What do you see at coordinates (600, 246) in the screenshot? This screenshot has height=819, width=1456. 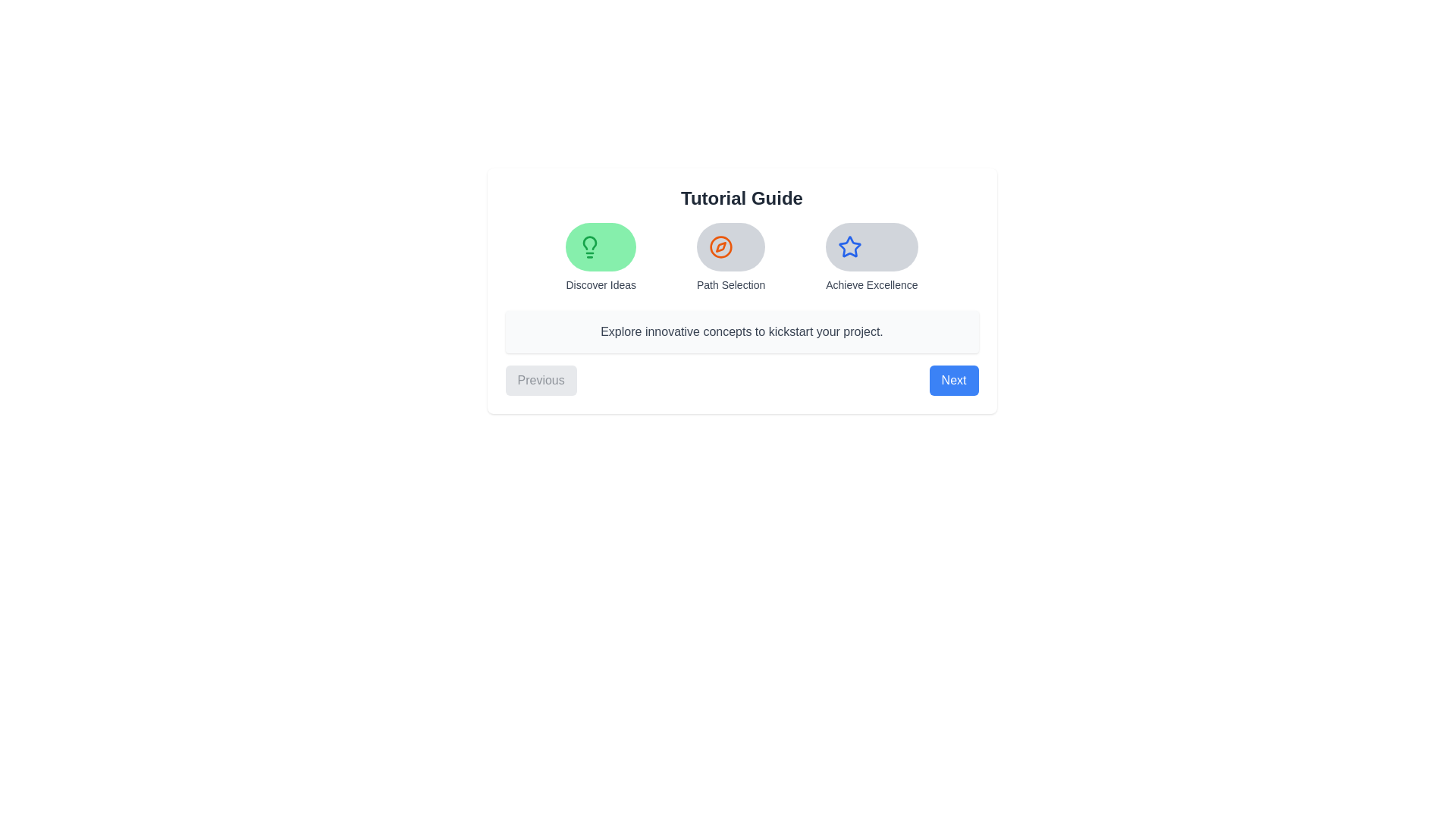 I see `the icon representing the tutorial step Discover Ideas` at bounding box center [600, 246].